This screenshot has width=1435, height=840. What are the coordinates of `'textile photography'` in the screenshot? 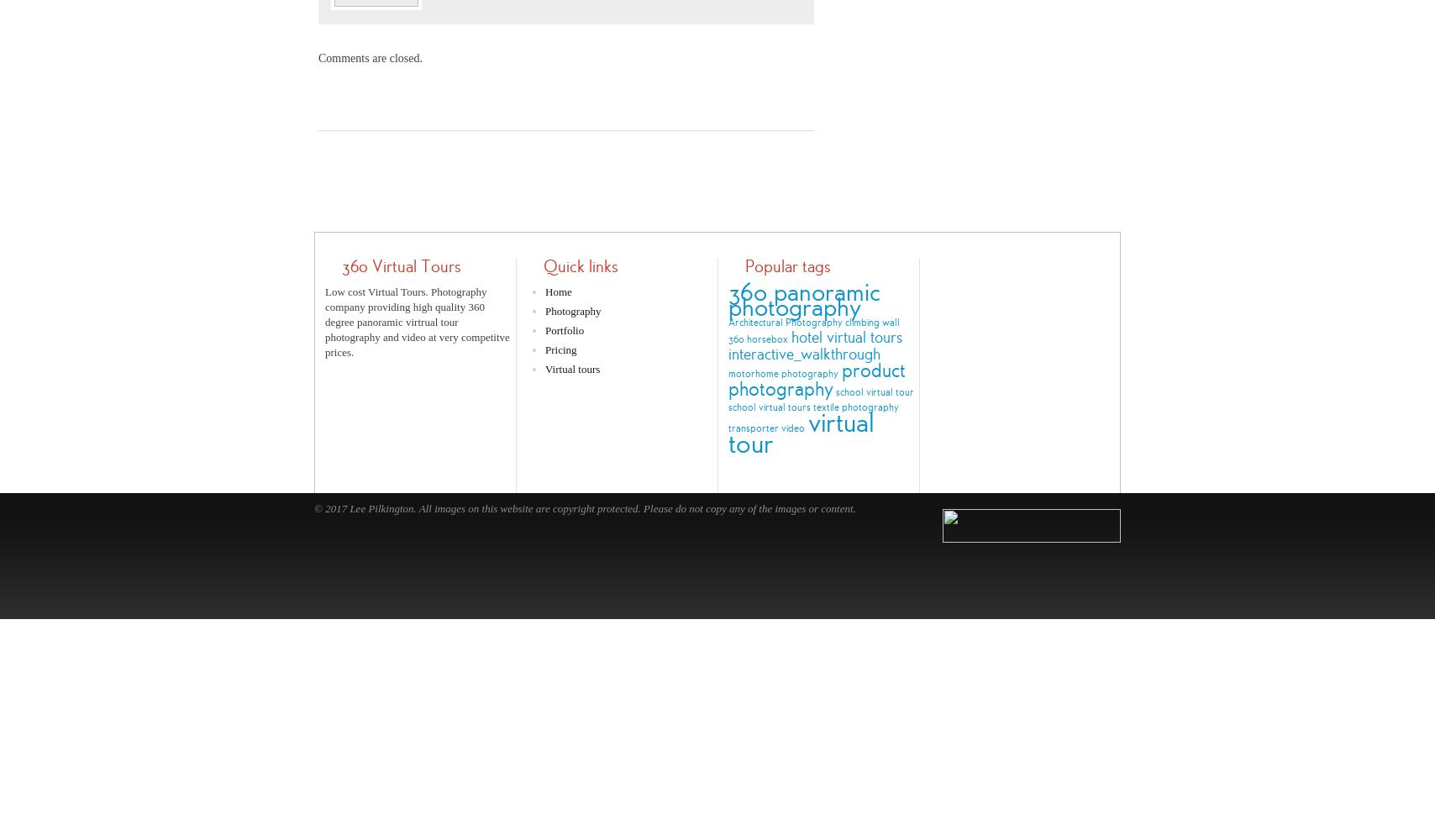 It's located at (855, 406).